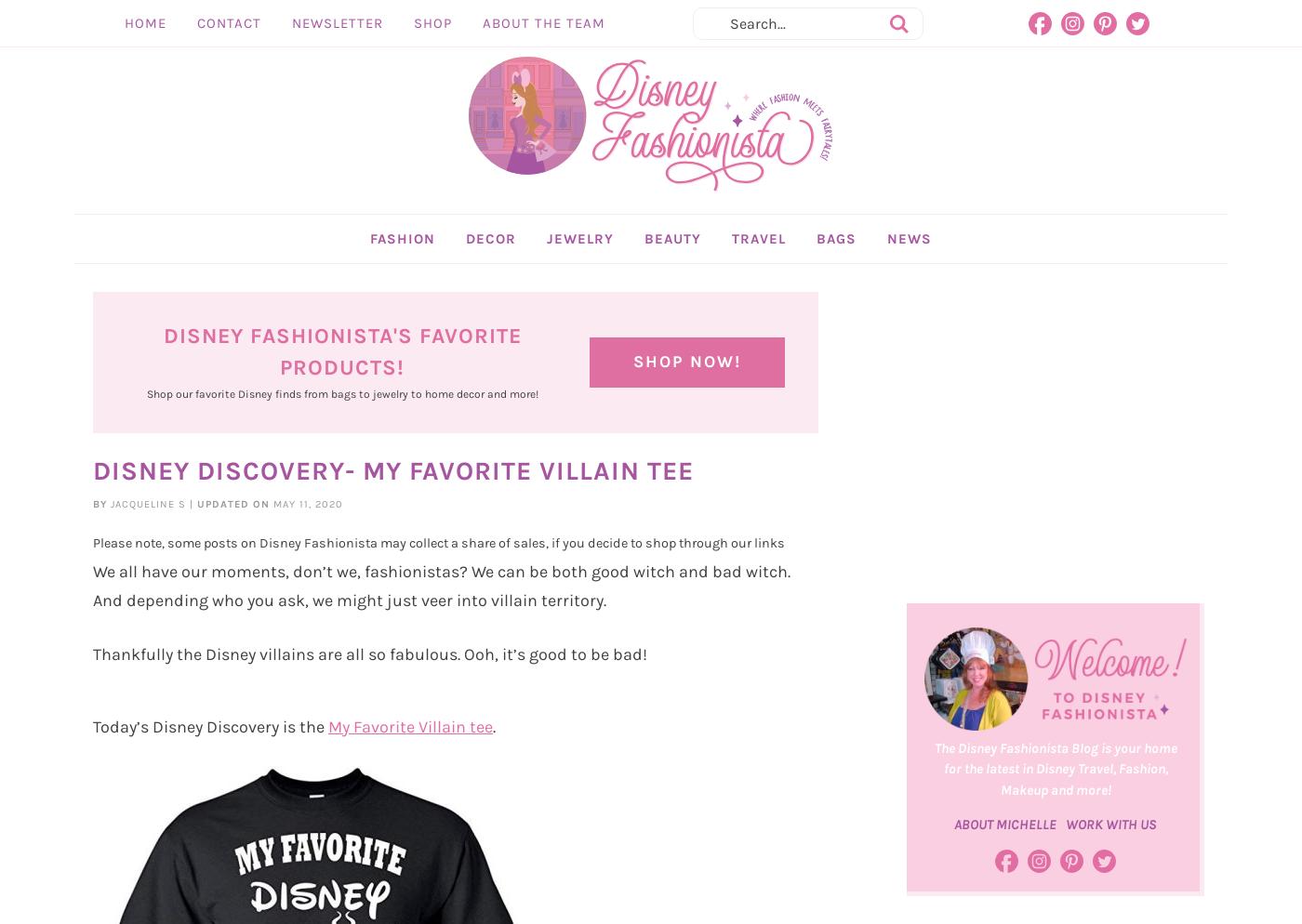 The image size is (1302, 924). Describe the element at coordinates (547, 280) in the screenshot. I see `'JEWELRY'` at that location.